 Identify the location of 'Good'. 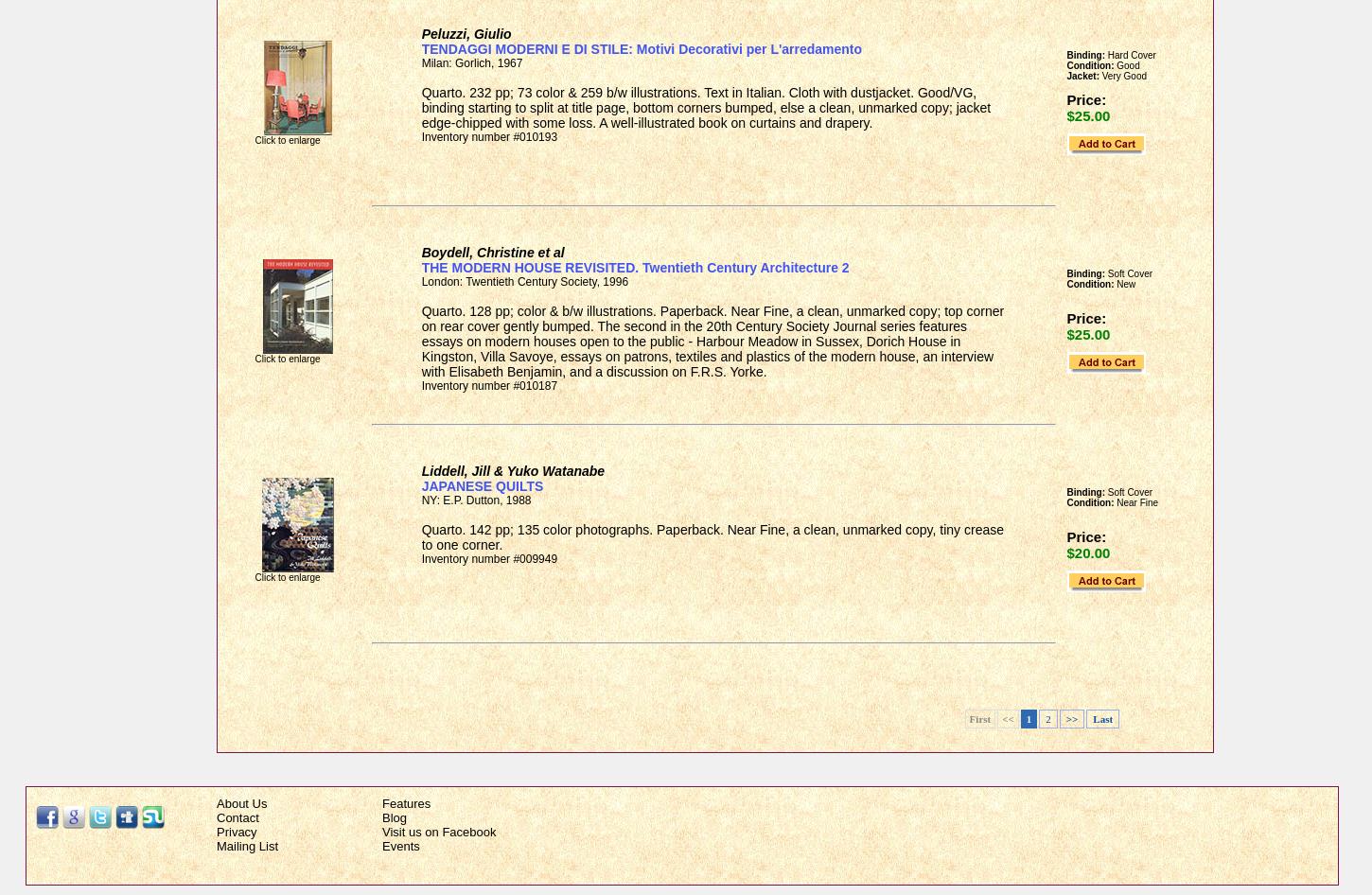
(1125, 65).